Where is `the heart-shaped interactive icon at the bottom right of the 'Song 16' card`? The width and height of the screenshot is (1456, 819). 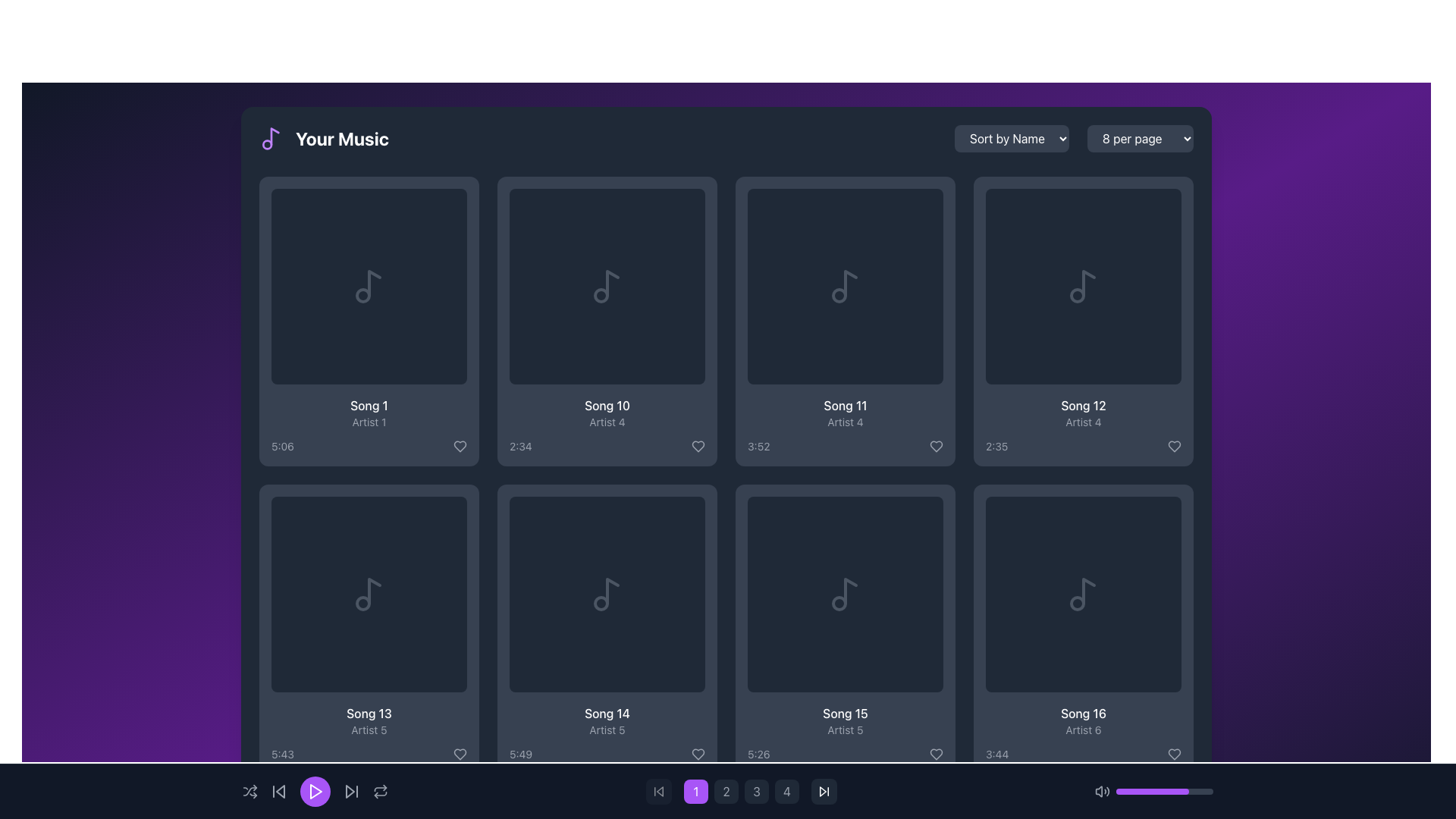 the heart-shaped interactive icon at the bottom right of the 'Song 16' card is located at coordinates (1174, 755).